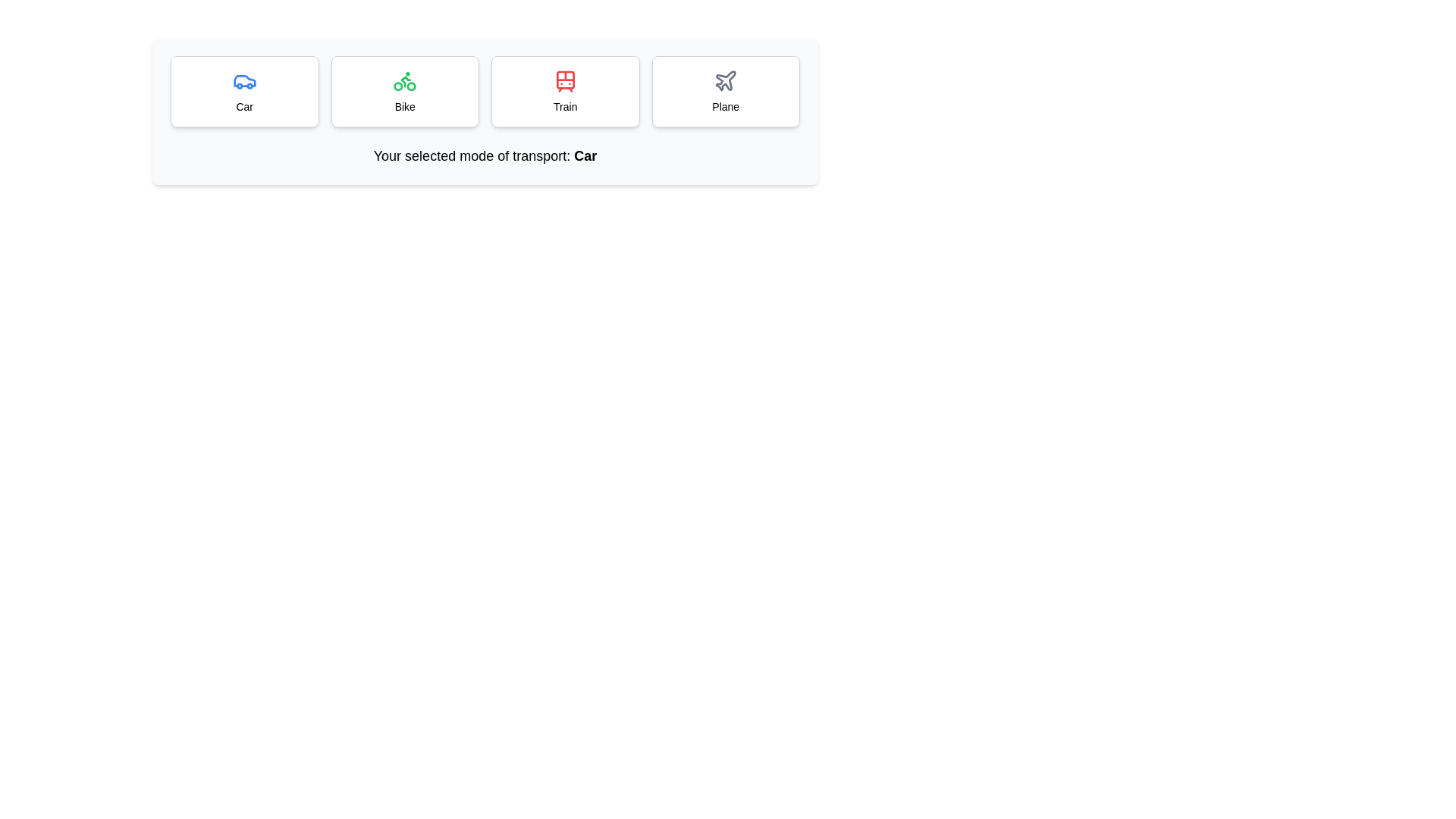 The width and height of the screenshot is (1456, 819). I want to click on the Text Label that describes the purpose of the 'Plane' transport mode card, located at the bottom section of the card below an airplane icon, so click(725, 106).